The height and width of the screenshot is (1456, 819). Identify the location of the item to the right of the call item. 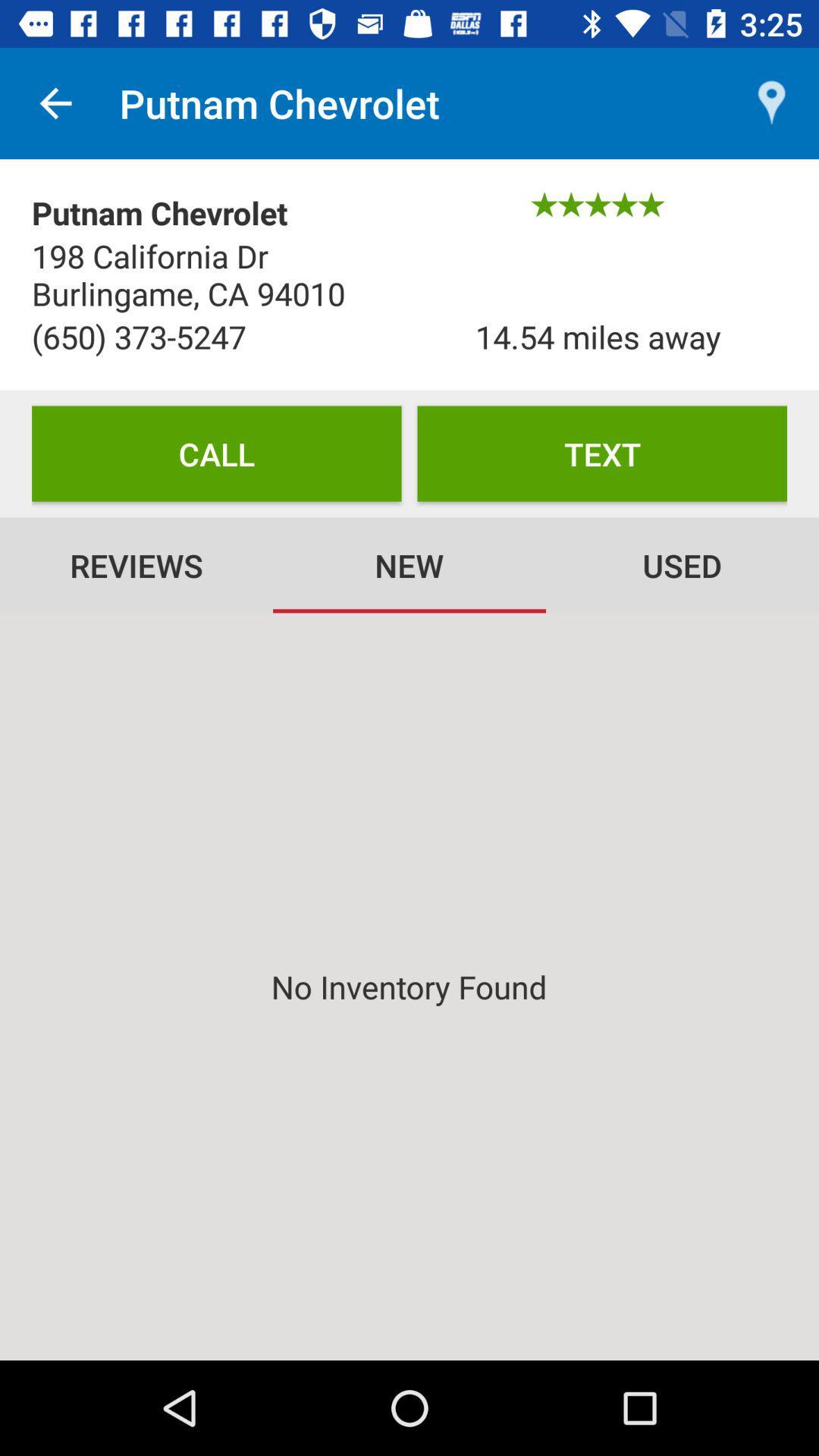
(601, 453).